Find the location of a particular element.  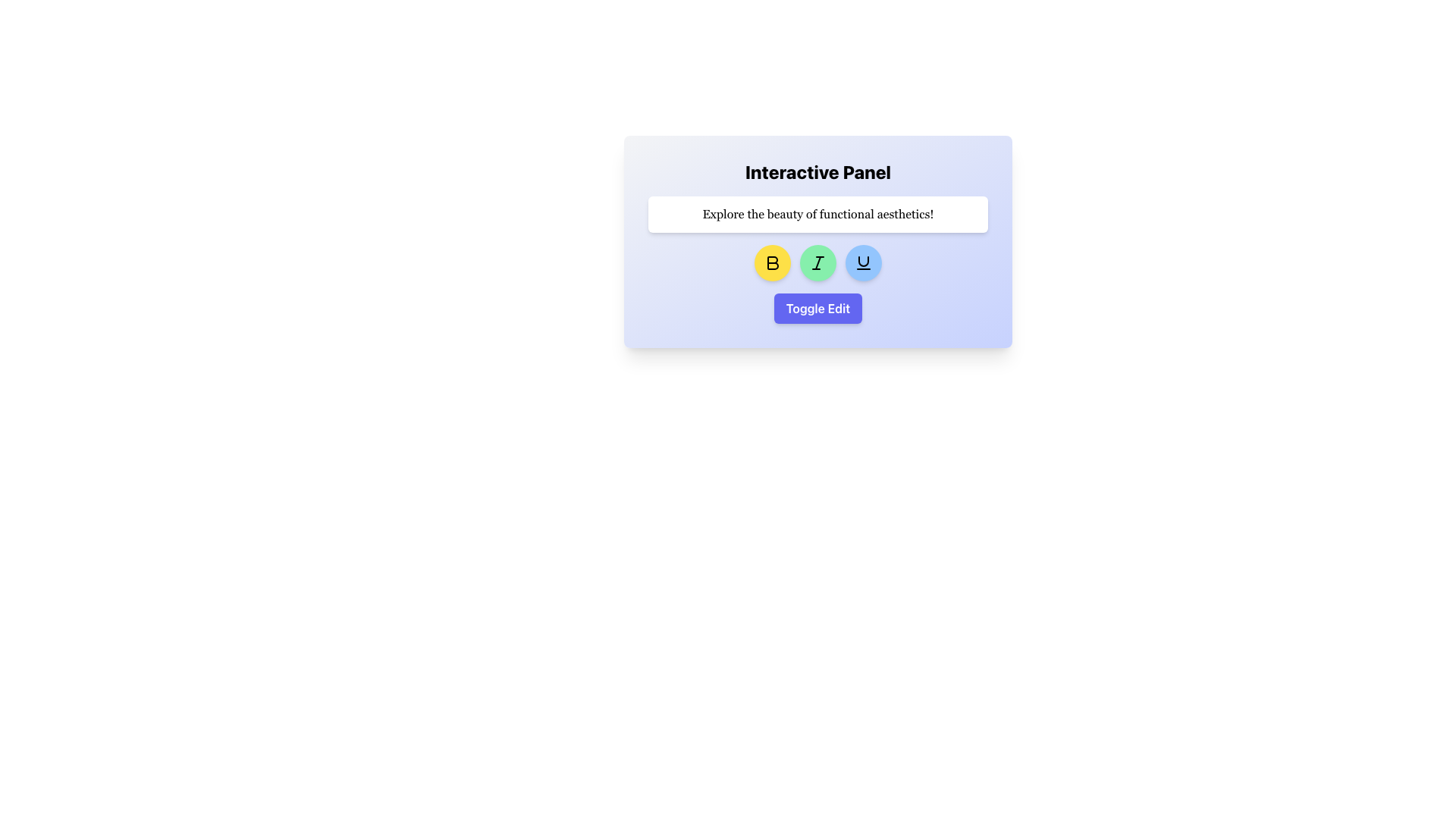

the diagonal line within the 'Italic' button, which is the second button from the left in the horizontal trio of buttons below the text box is located at coordinates (817, 262).